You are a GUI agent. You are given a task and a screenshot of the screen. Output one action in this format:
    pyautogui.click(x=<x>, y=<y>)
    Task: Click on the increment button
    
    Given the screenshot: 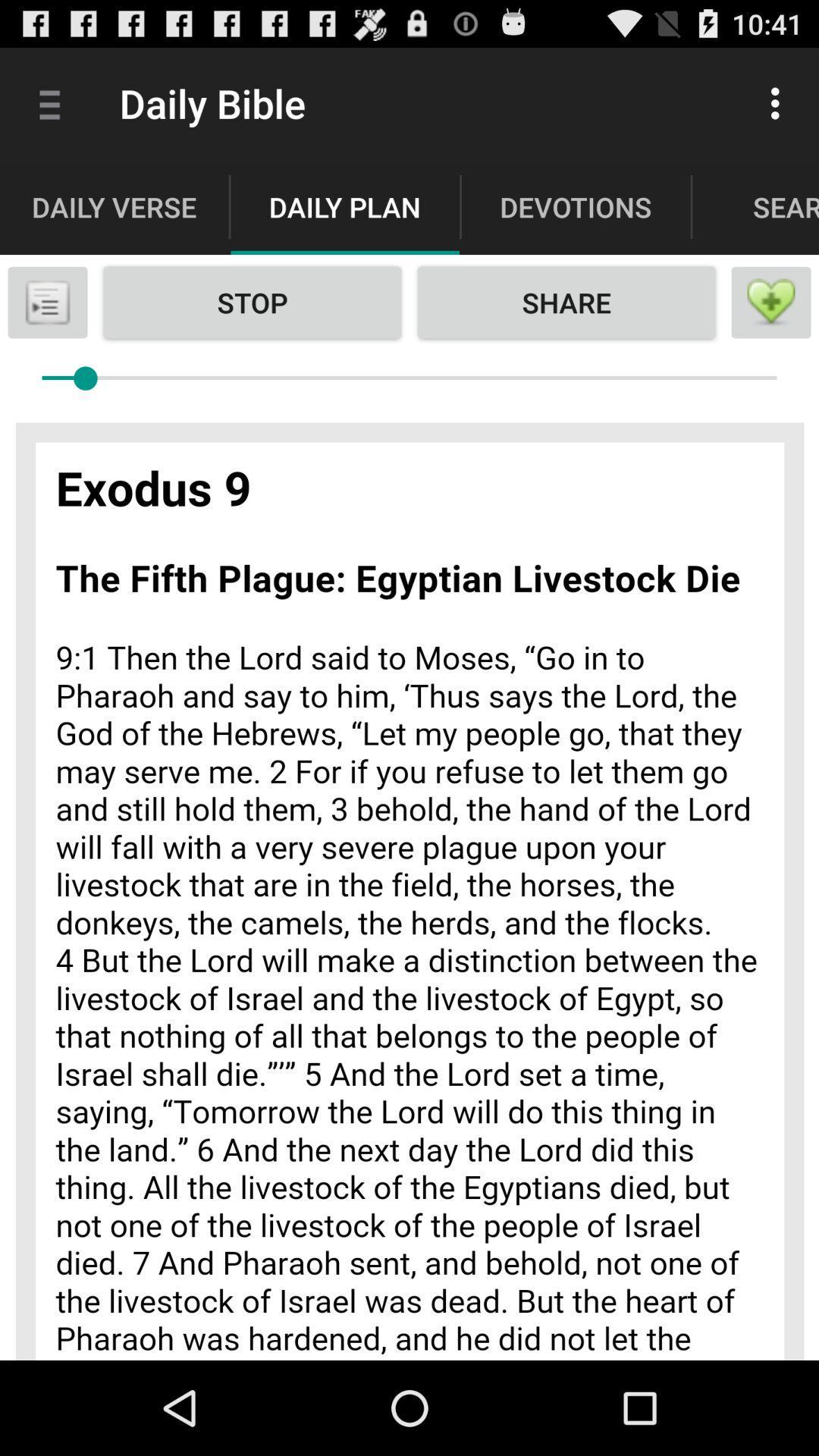 What is the action you would take?
    pyautogui.click(x=771, y=302)
    